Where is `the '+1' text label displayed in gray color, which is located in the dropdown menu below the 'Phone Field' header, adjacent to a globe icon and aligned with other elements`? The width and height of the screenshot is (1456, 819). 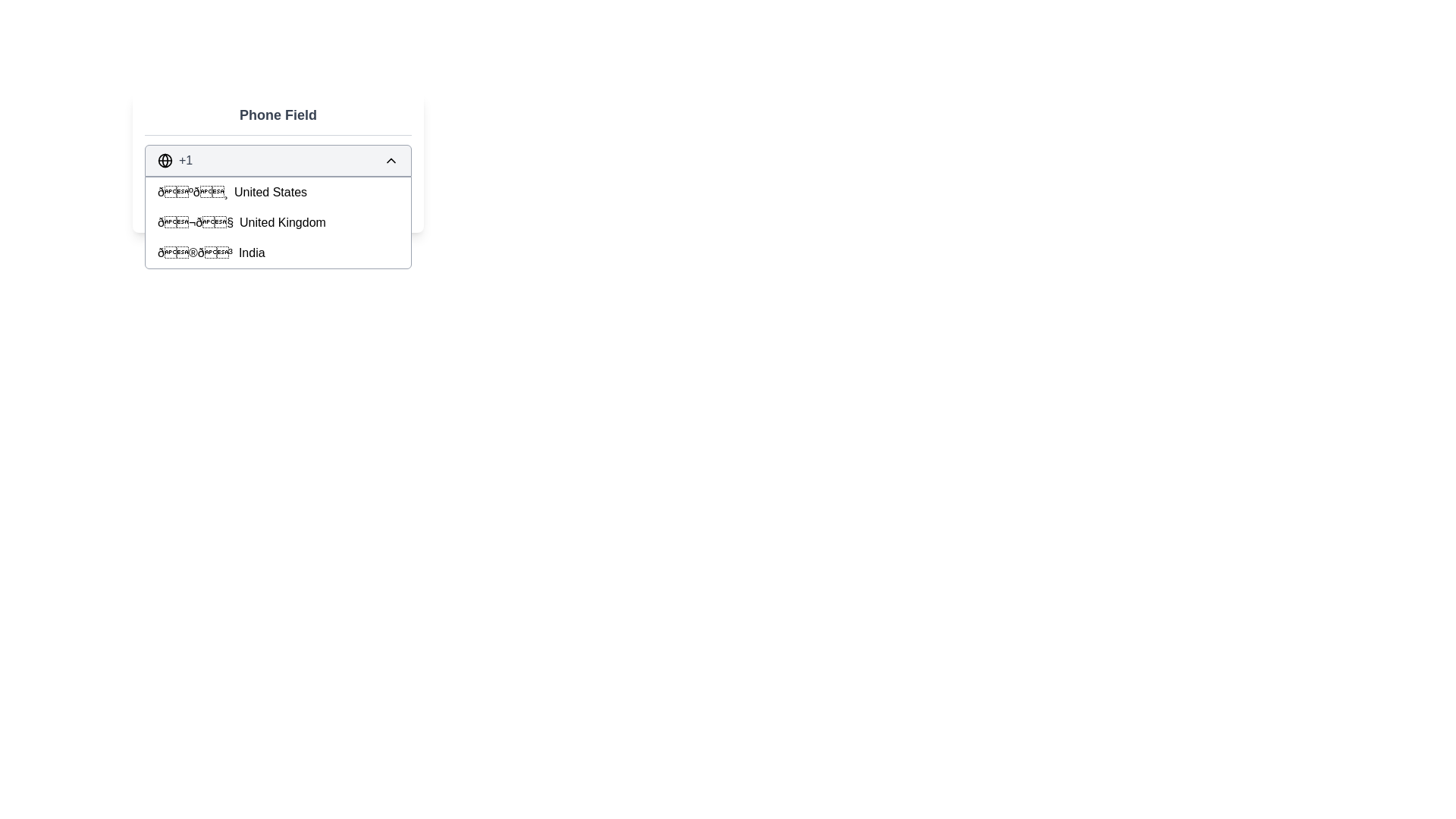
the '+1' text label displayed in gray color, which is located in the dropdown menu below the 'Phone Field' header, adjacent to a globe icon and aligned with other elements is located at coordinates (185, 161).